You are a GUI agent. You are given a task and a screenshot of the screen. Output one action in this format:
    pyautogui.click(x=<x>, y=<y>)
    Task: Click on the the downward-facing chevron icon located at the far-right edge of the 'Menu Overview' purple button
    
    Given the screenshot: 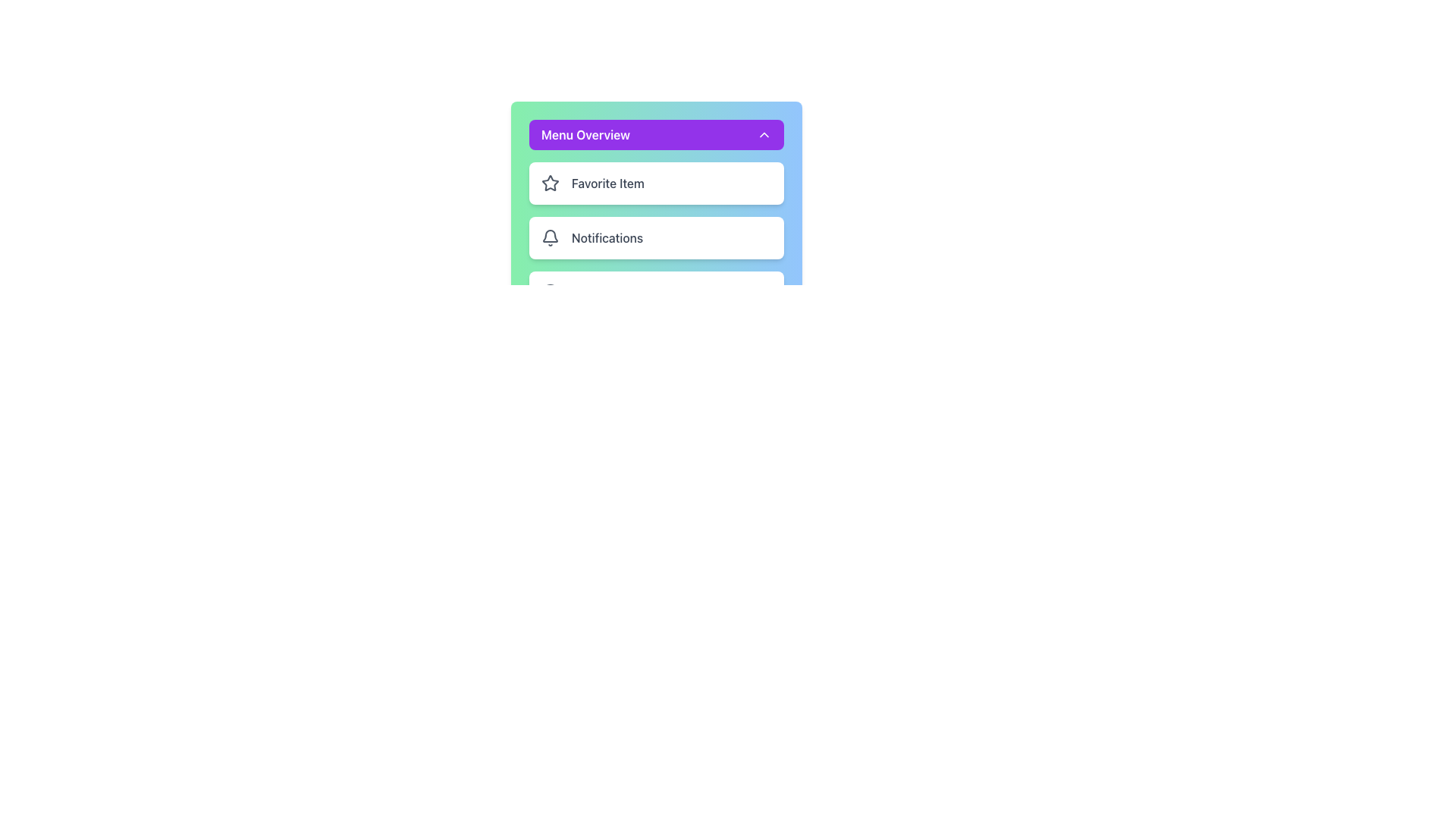 What is the action you would take?
    pyautogui.click(x=764, y=133)
    